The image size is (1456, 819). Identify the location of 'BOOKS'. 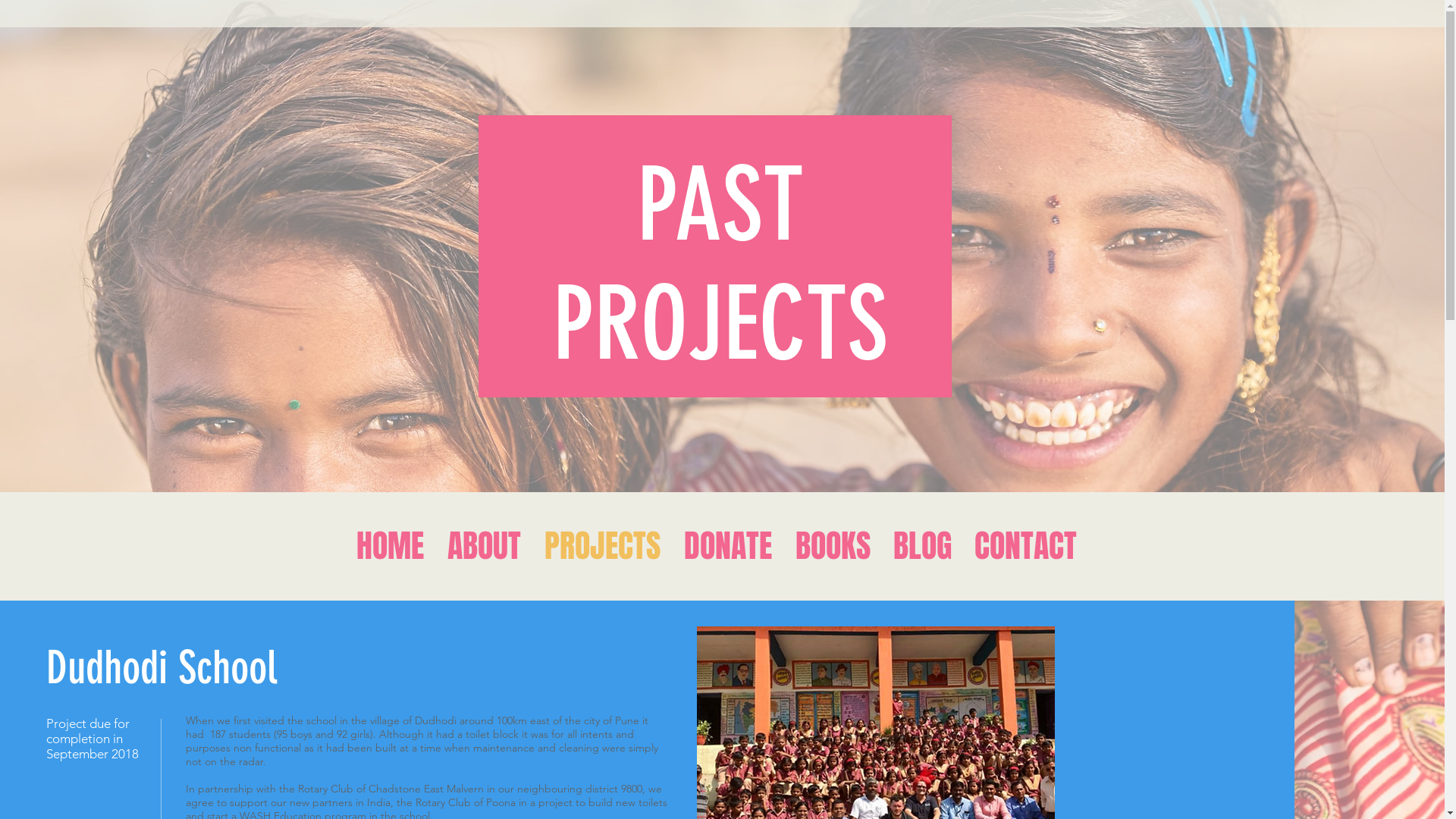
(832, 546).